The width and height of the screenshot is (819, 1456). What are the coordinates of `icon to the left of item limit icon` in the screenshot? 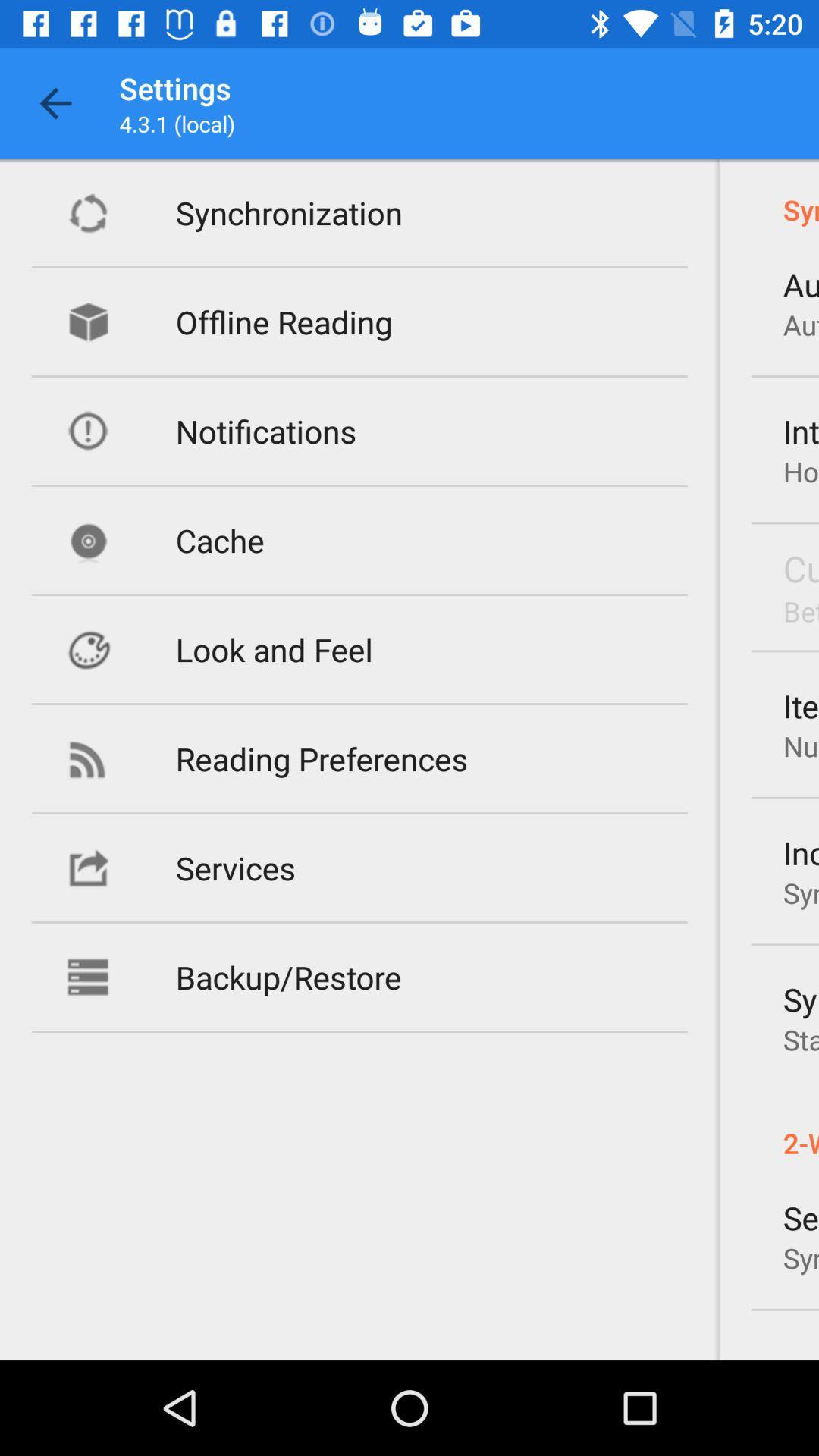 It's located at (321, 758).